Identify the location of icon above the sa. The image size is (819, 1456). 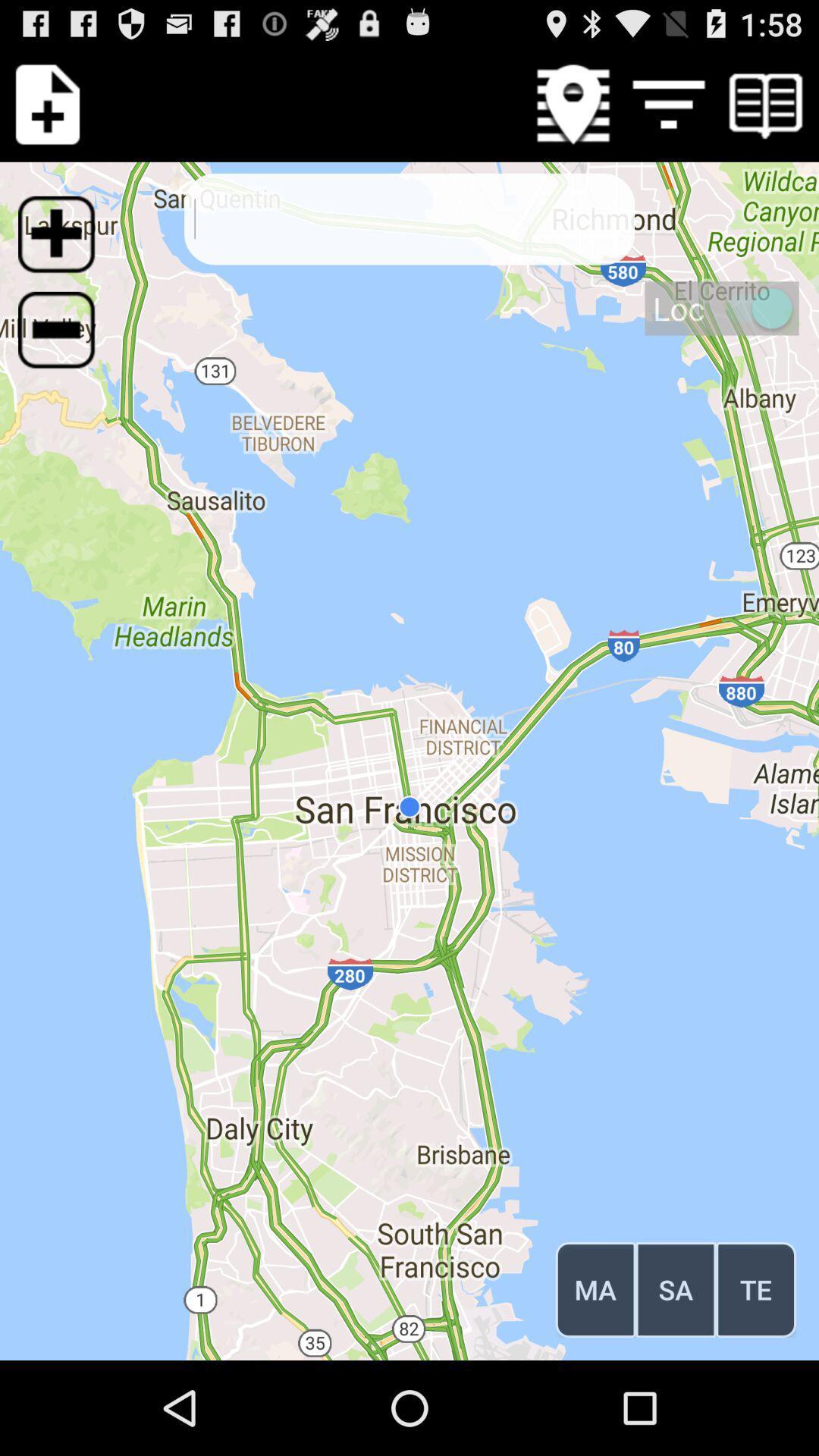
(721, 307).